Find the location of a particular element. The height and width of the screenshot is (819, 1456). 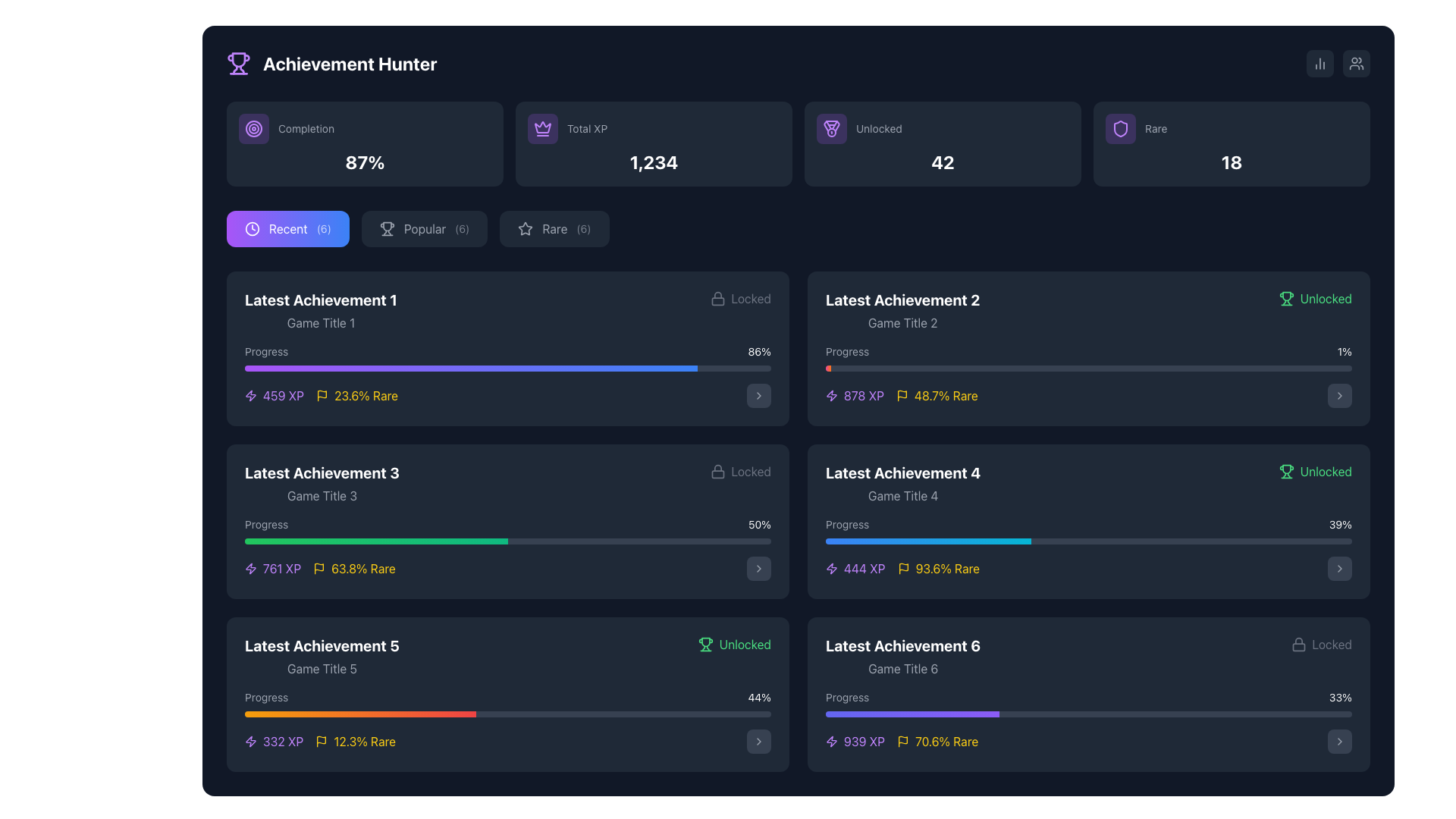

the experience points icon located in the 'Latest Achievement 1' section, which is aligned to the left of the purple '459 XP' indicator, to associate it with the nearby XP value is located at coordinates (251, 568).